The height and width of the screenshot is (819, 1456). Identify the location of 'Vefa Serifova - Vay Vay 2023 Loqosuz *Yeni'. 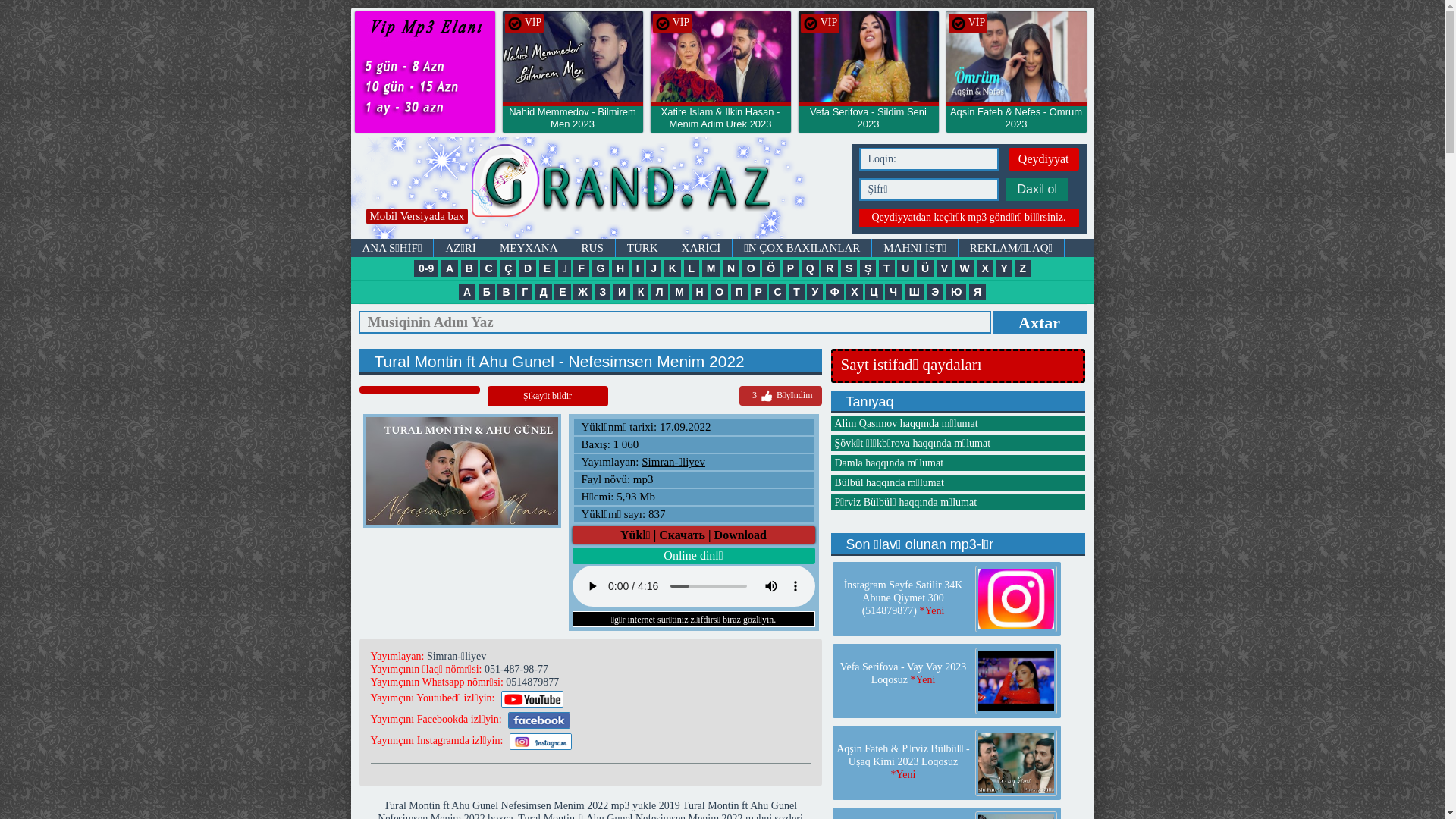
(902, 672).